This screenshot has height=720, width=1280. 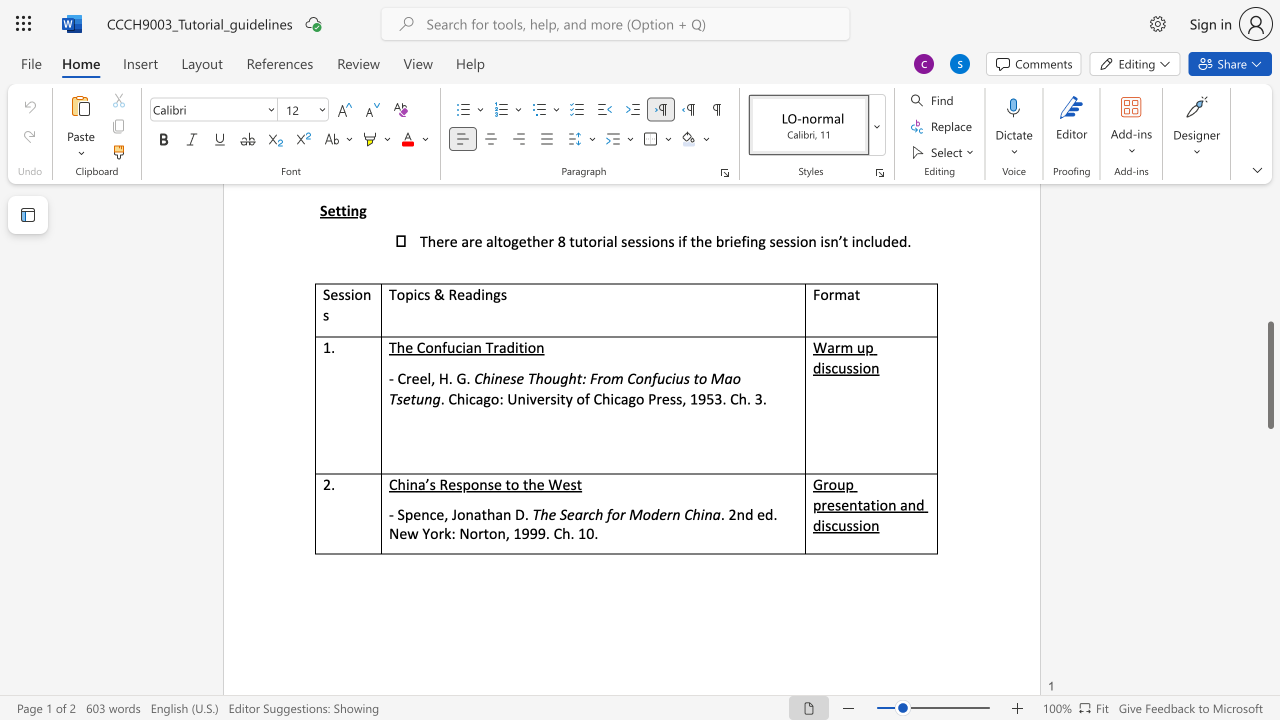 I want to click on the scrollbar to move the content higher, so click(x=1269, y=310).